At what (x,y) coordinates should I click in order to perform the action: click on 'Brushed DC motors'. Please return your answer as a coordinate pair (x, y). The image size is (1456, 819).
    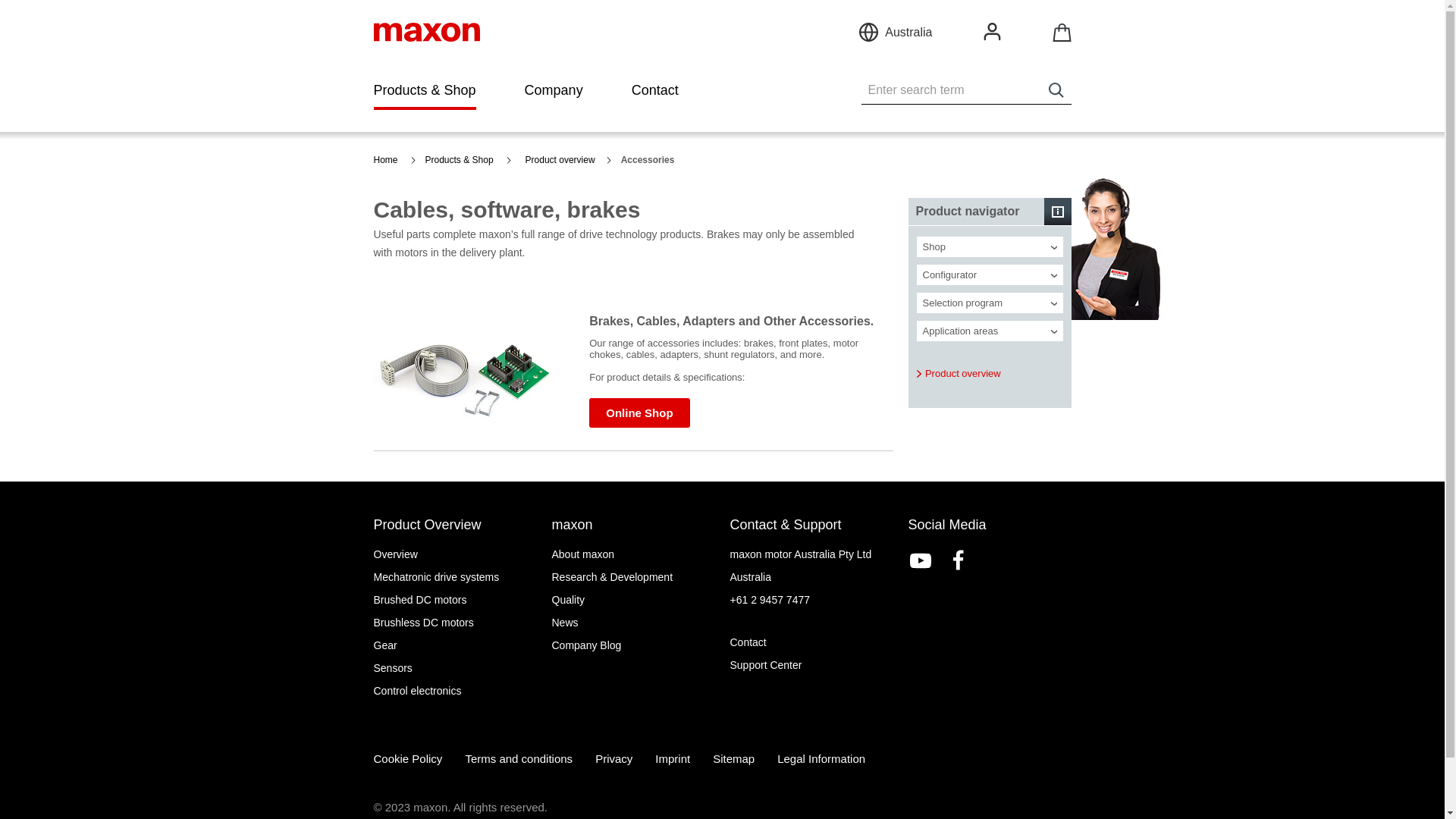
    Looking at the image, I should click on (453, 598).